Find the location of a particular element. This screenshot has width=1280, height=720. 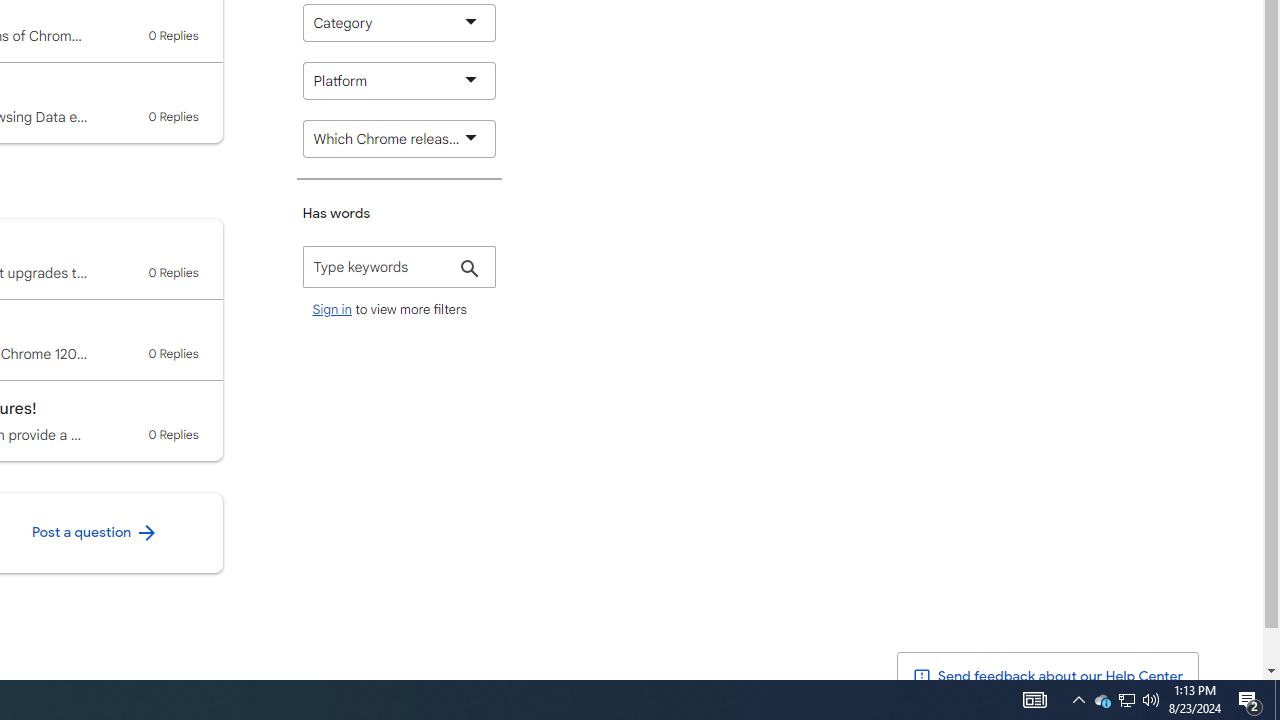

' Apply filter ' is located at coordinates (468, 270).